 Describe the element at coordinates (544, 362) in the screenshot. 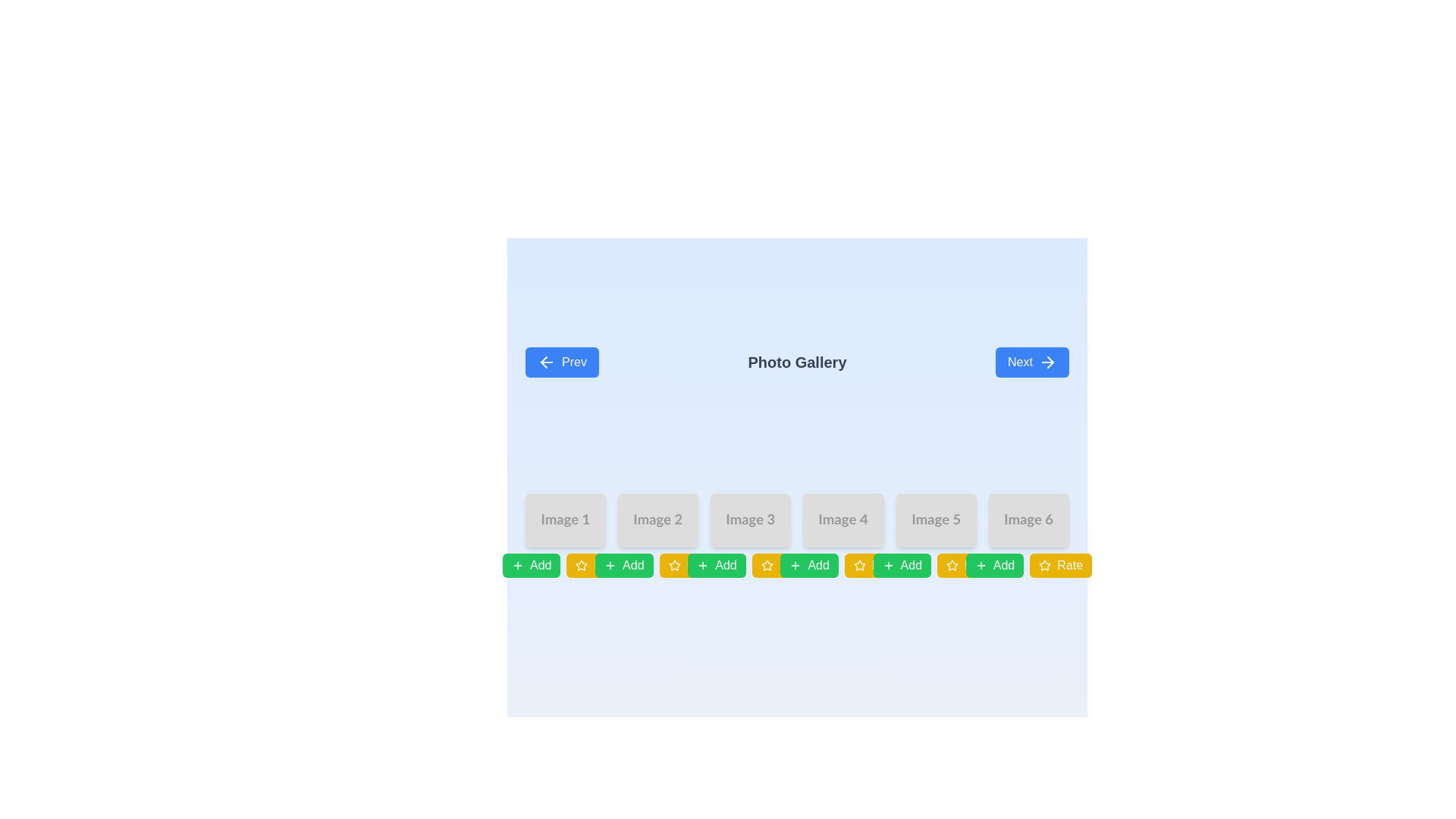

I see `the decorative arrow icon that indicates moving to the previous item or page, located within the 'Prev' button on the left side of the navigation bar` at that location.